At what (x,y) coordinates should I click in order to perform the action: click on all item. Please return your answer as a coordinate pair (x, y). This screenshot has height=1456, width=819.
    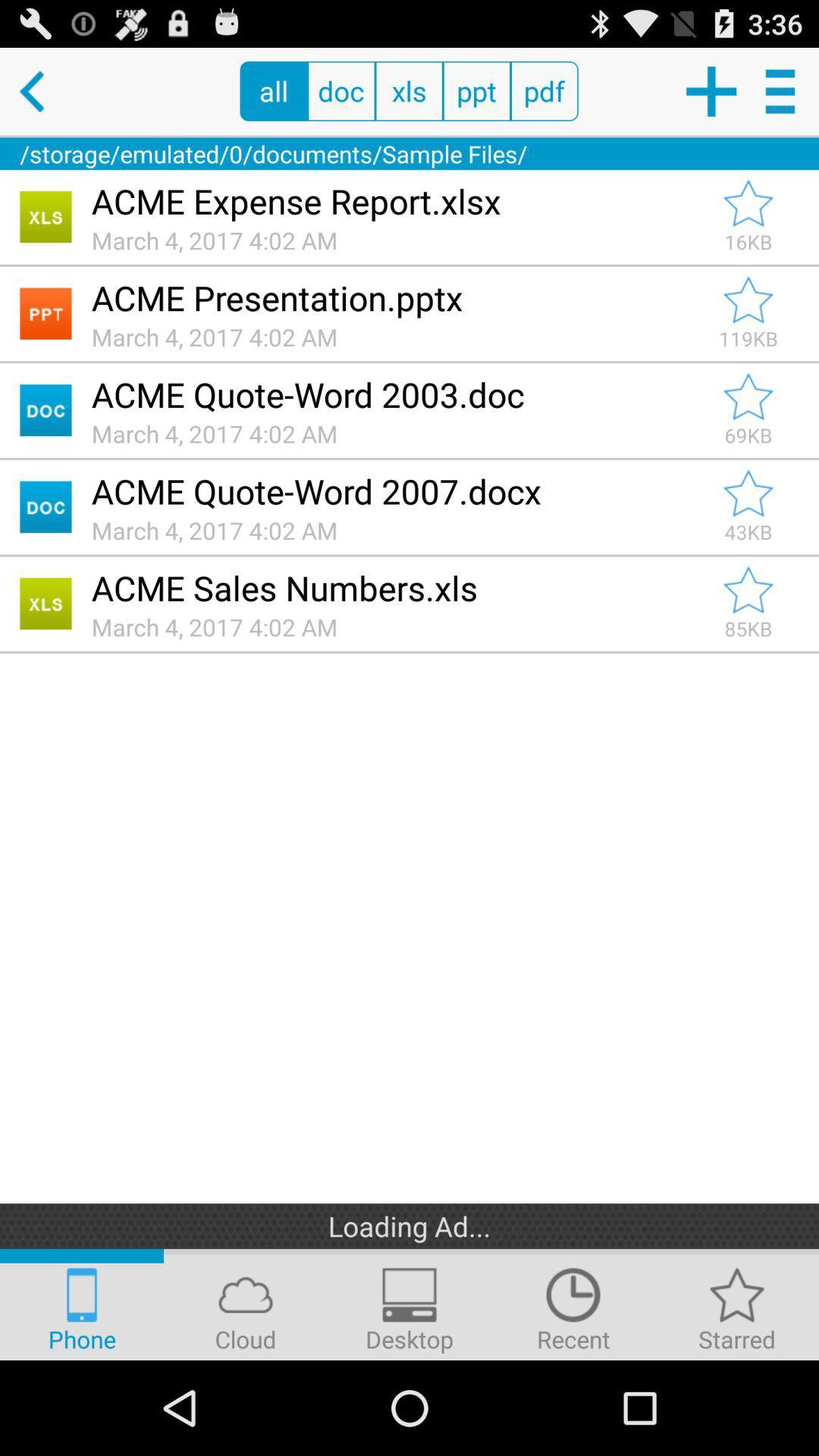
    Looking at the image, I should click on (274, 90).